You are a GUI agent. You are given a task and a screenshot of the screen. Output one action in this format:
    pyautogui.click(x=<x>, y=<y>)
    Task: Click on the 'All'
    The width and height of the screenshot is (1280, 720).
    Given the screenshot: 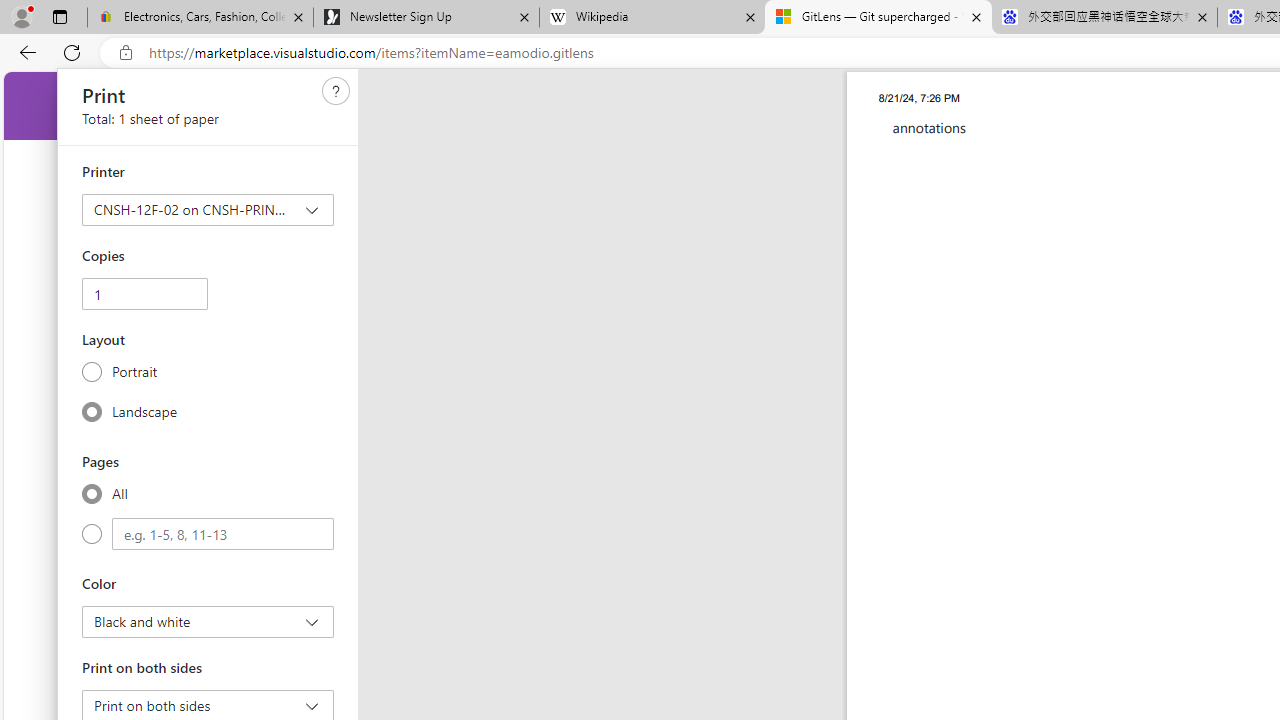 What is the action you would take?
    pyautogui.click(x=91, y=493)
    